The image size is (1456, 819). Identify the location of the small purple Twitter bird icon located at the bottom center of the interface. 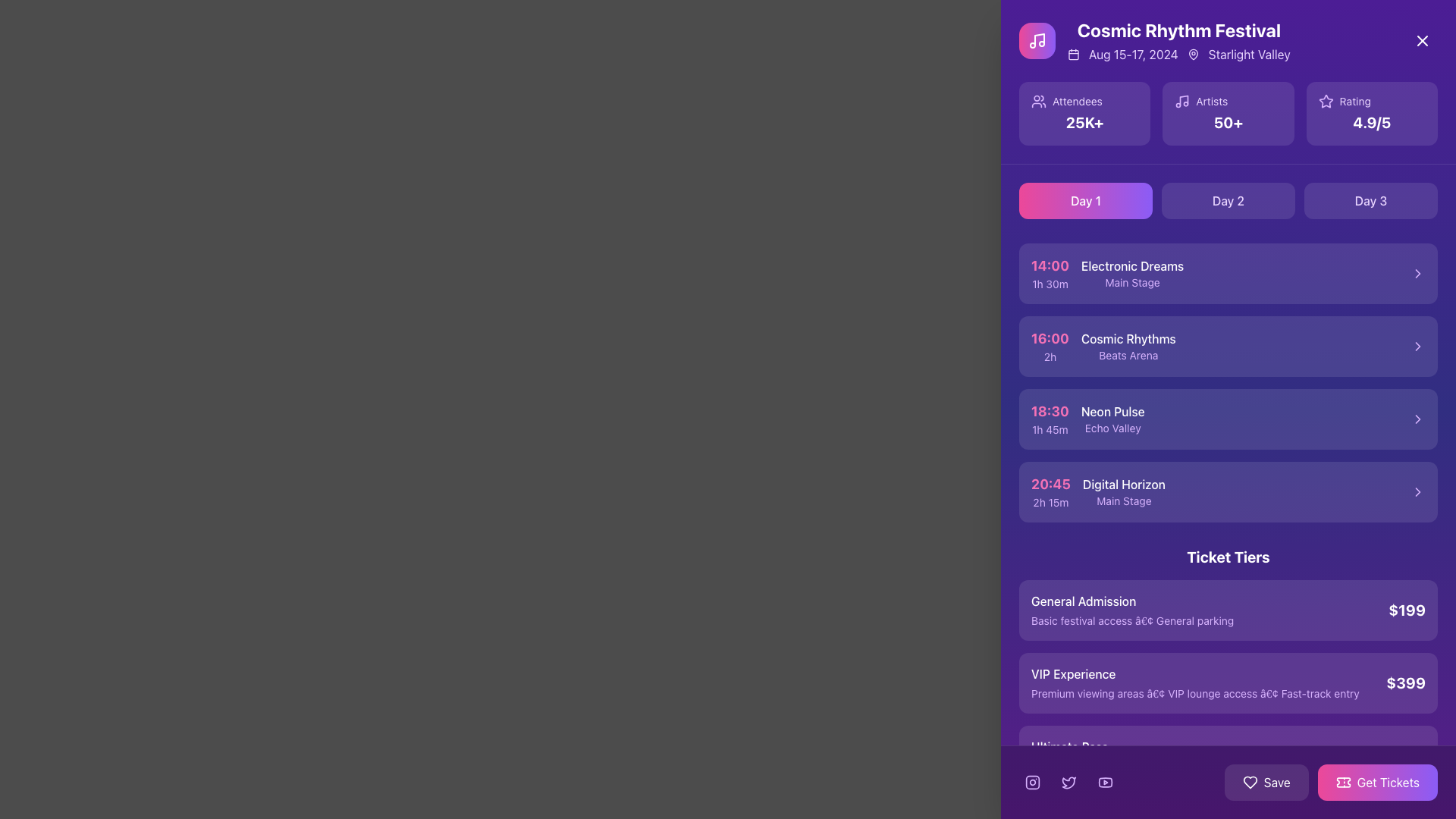
(1068, 783).